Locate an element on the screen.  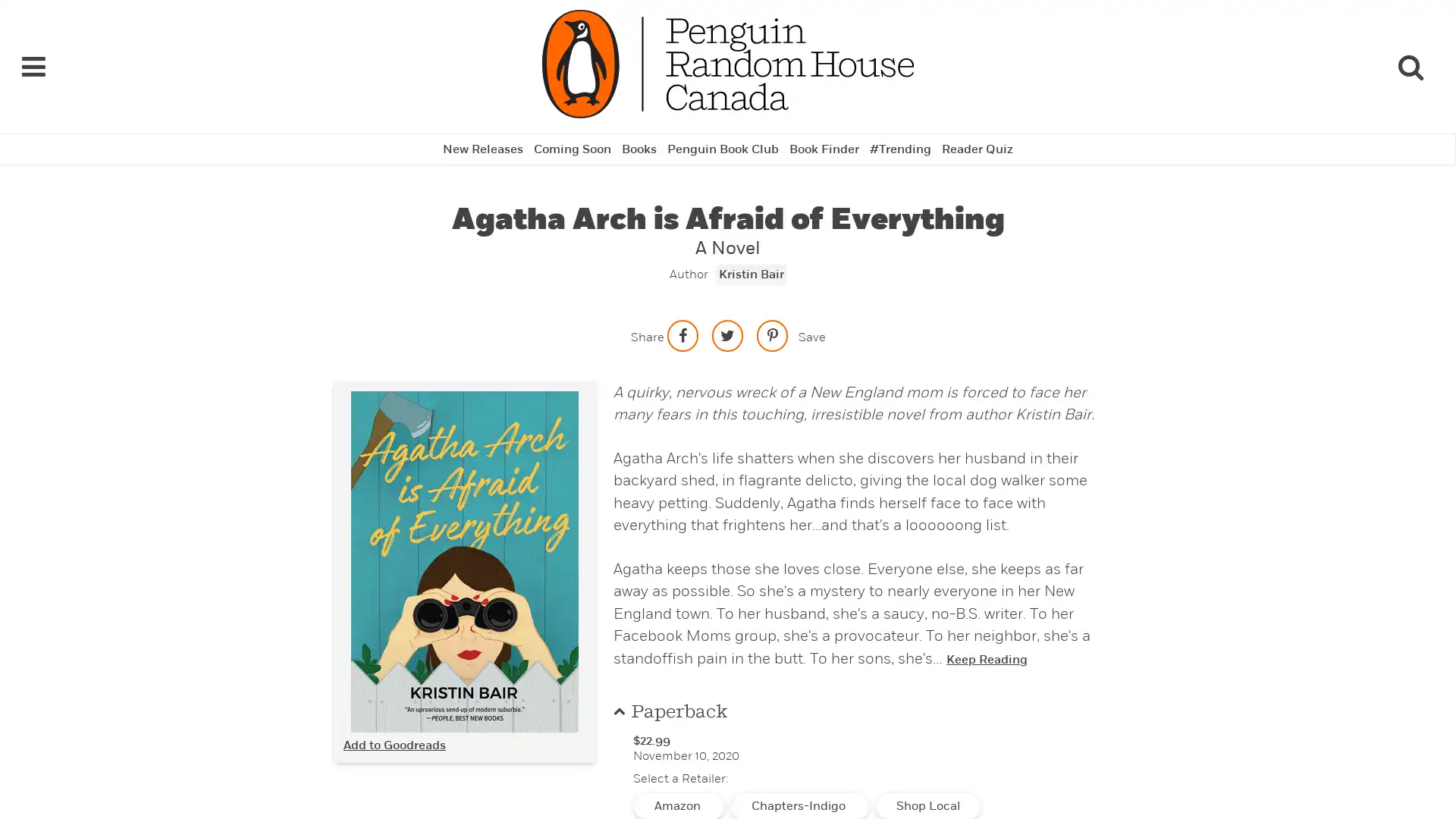
Navigation Links is located at coordinates (33, 40).